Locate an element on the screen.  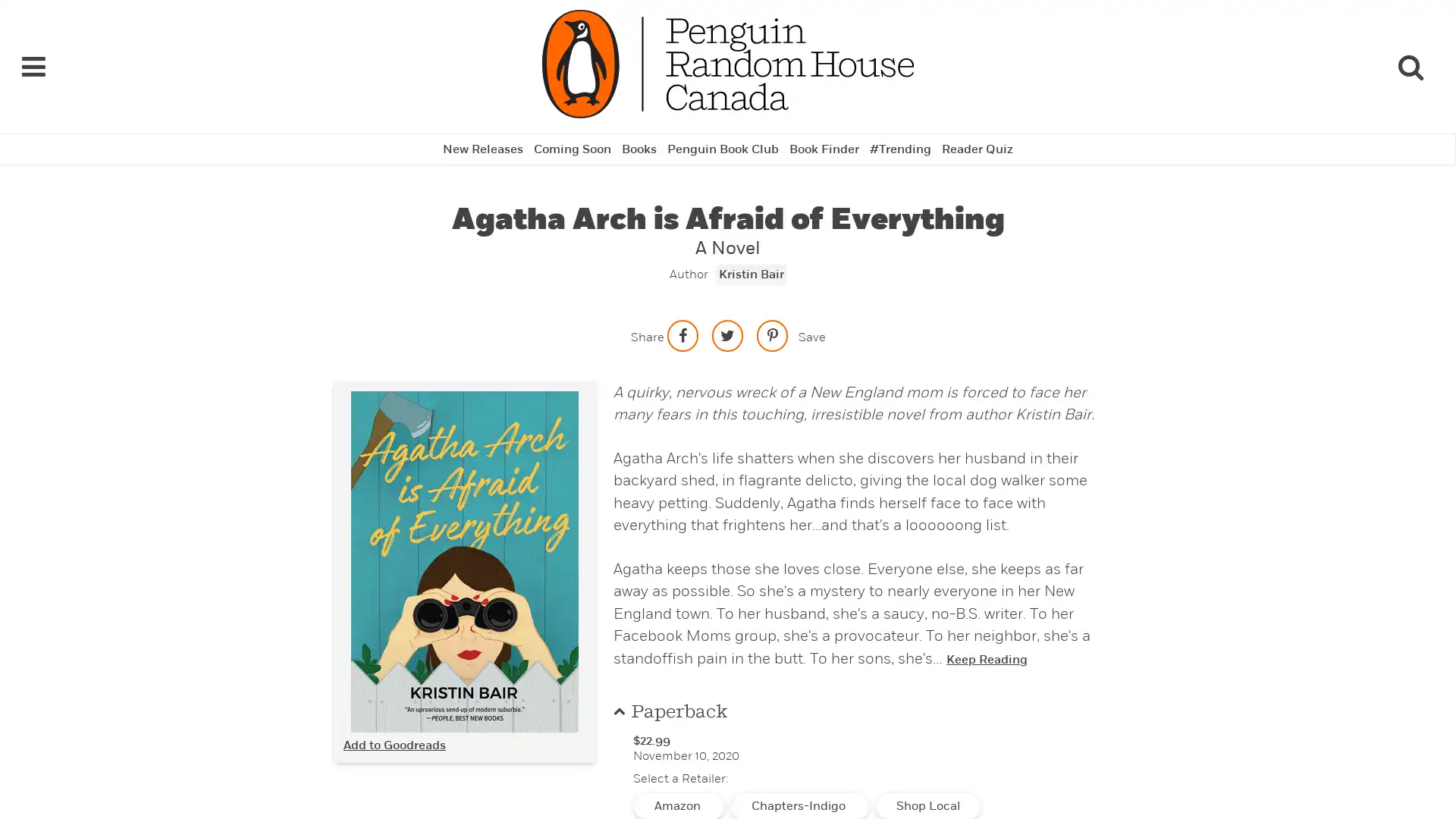
Navigation Links is located at coordinates (33, 40).